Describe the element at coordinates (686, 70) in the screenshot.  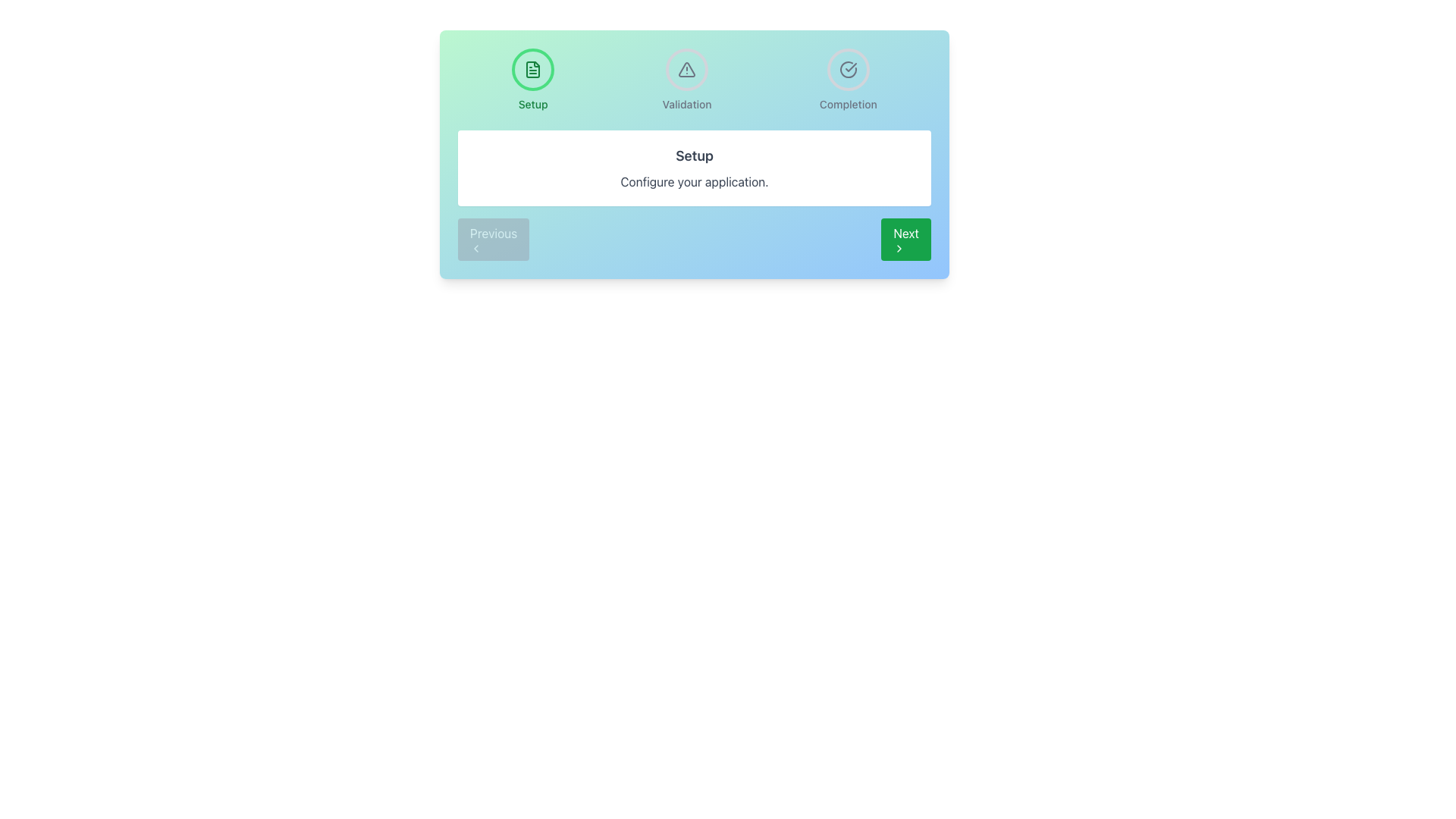
I see `the 'Validation' step icon, which is the second step in the horizontal stepper interface located centrally at the top` at that location.